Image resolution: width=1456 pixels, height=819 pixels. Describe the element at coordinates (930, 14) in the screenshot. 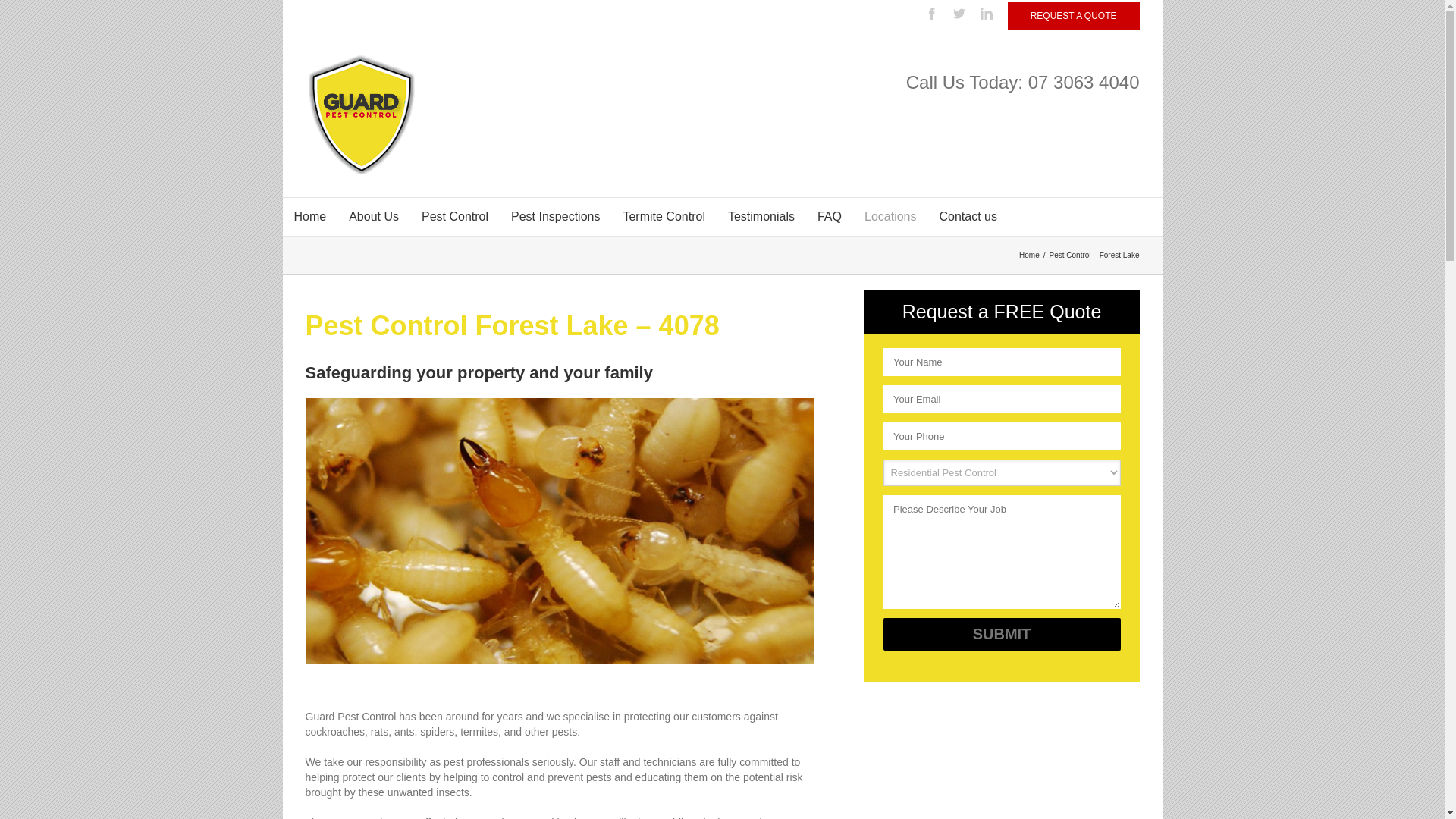

I see `'Facebook'` at that location.